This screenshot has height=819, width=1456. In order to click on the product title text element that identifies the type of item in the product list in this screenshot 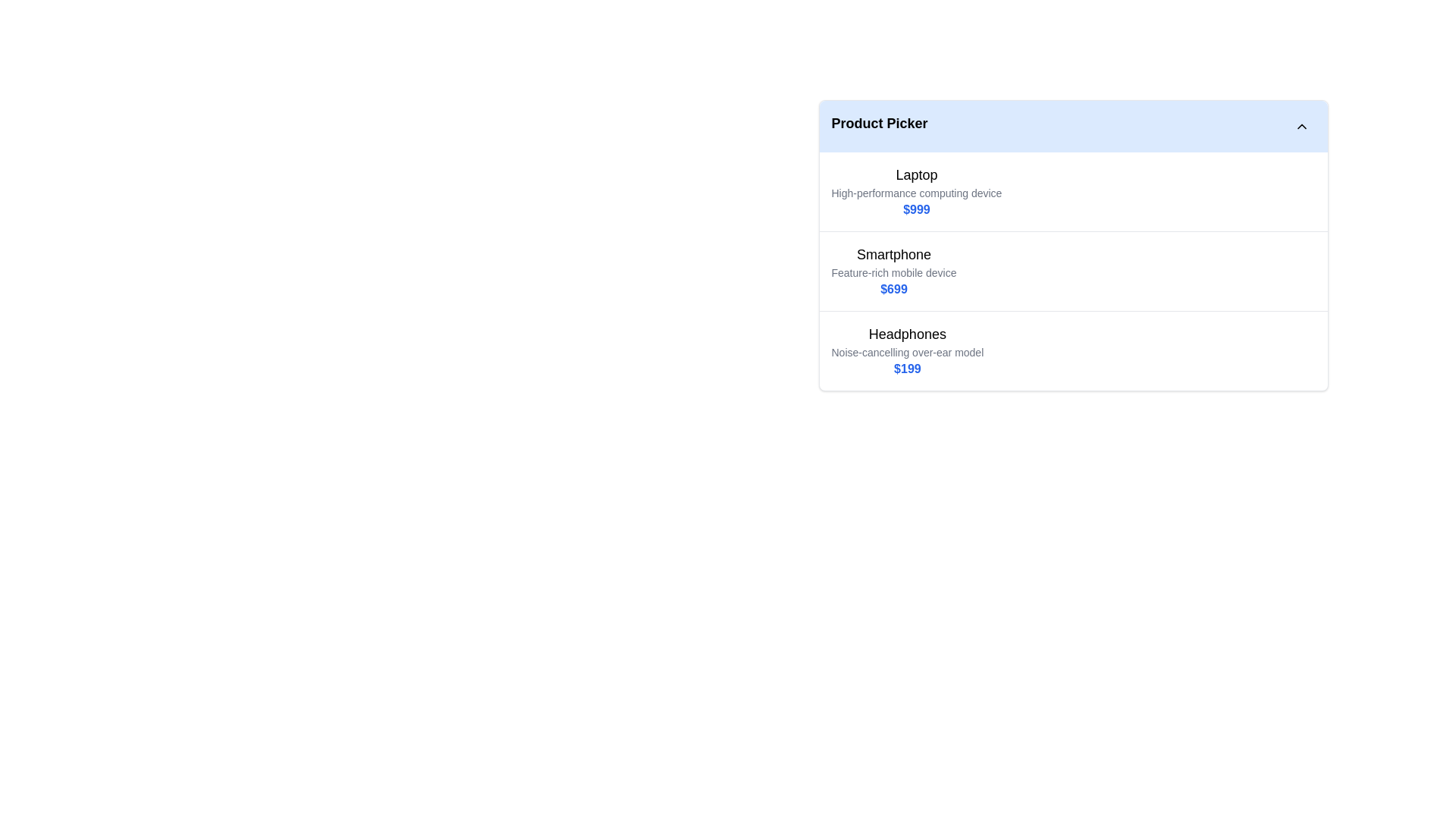, I will do `click(916, 174)`.